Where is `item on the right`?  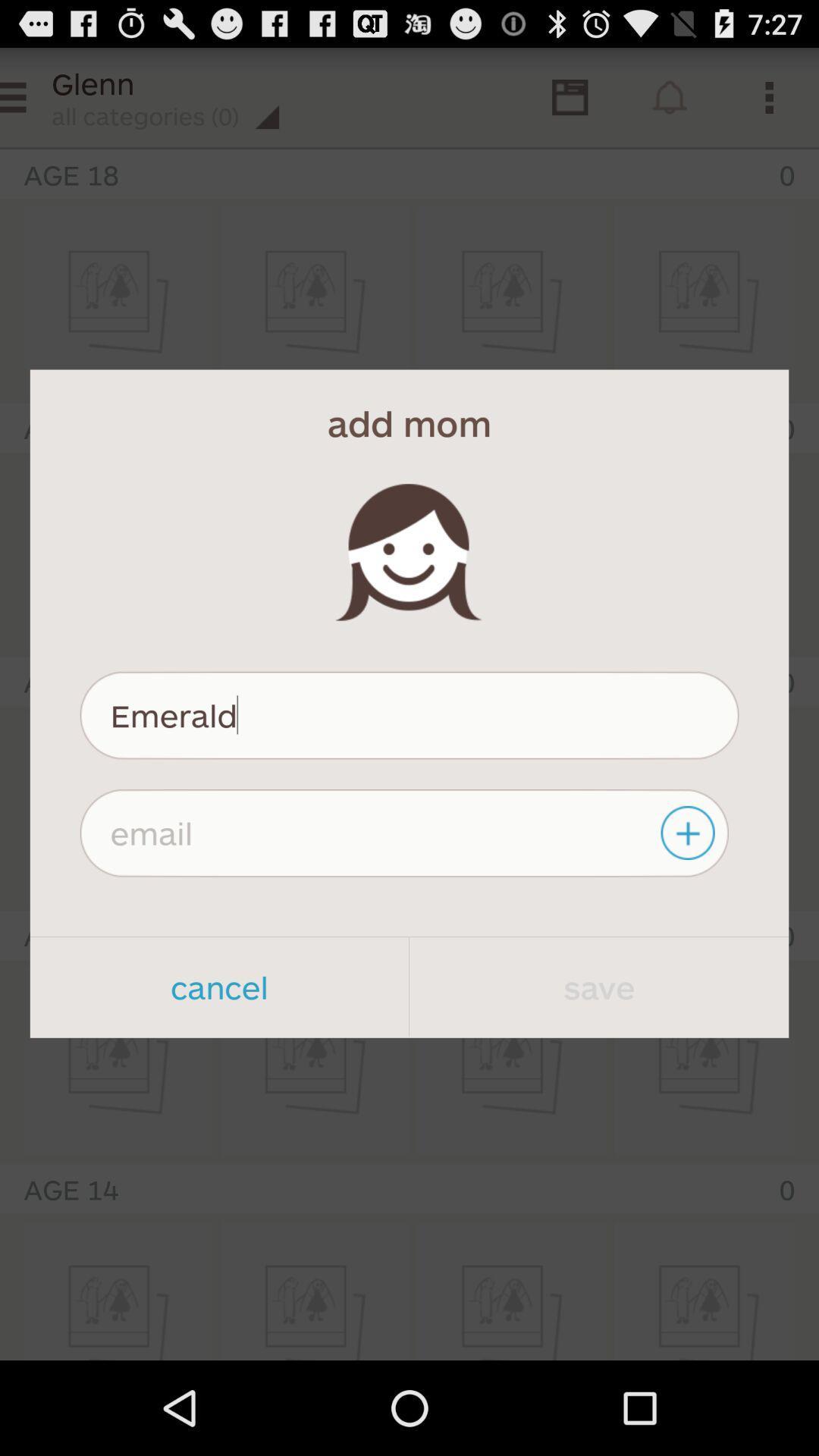
item on the right is located at coordinates (689, 832).